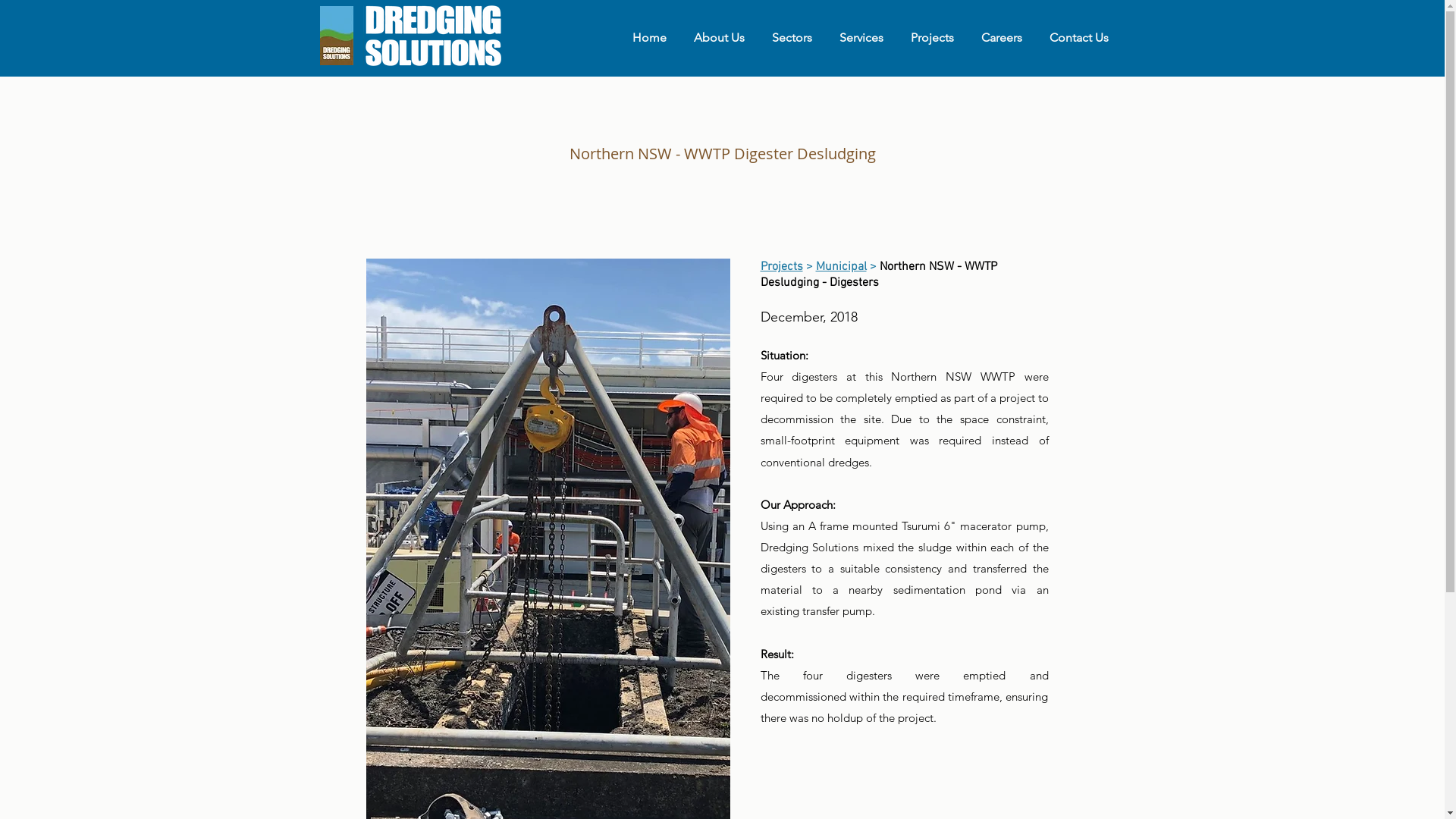 This screenshot has height=819, width=1456. What do you see at coordinates (840, 265) in the screenshot?
I see `'Municipal'` at bounding box center [840, 265].